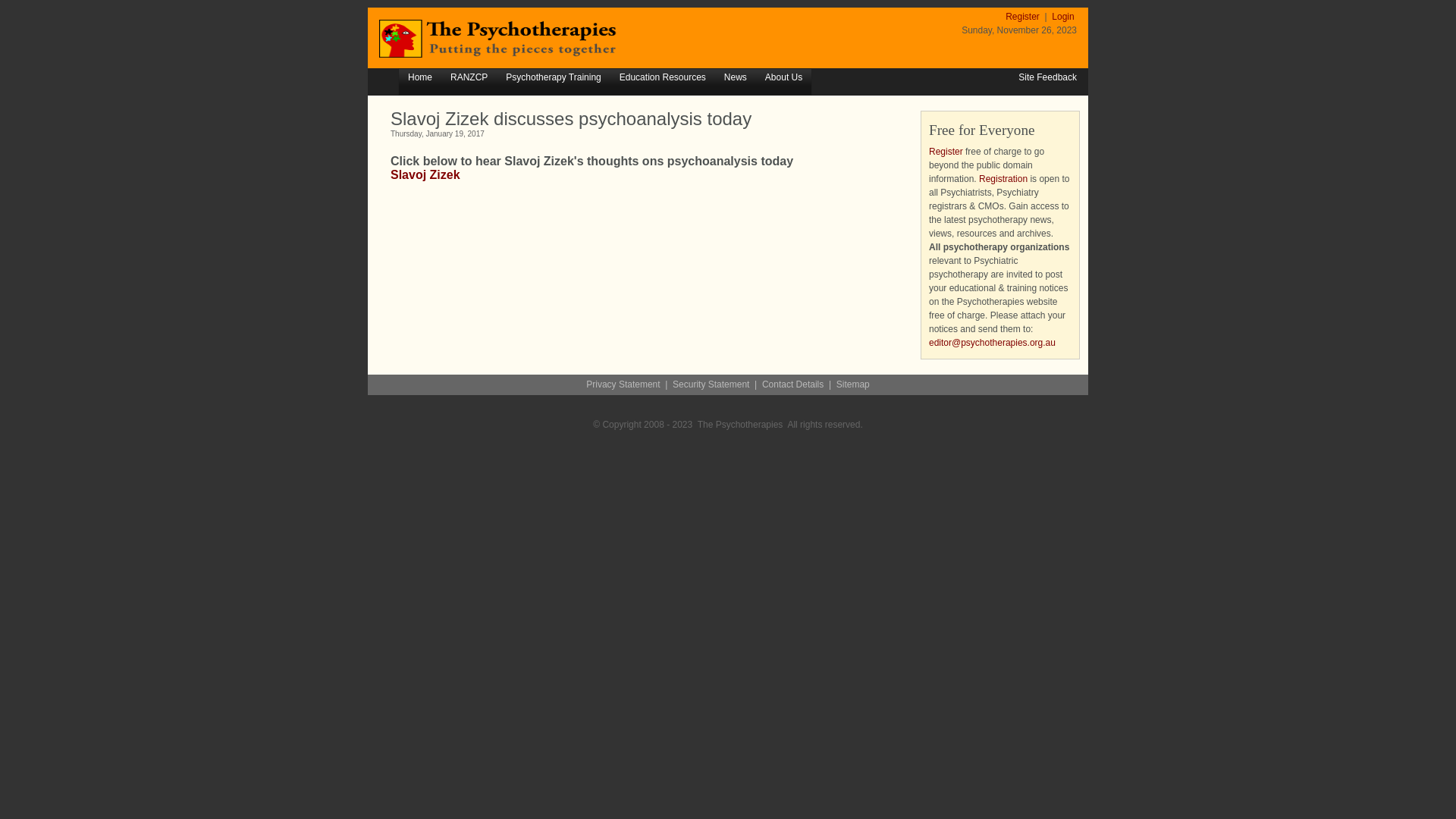 The height and width of the screenshot is (819, 1456). I want to click on 'Register', so click(945, 152).